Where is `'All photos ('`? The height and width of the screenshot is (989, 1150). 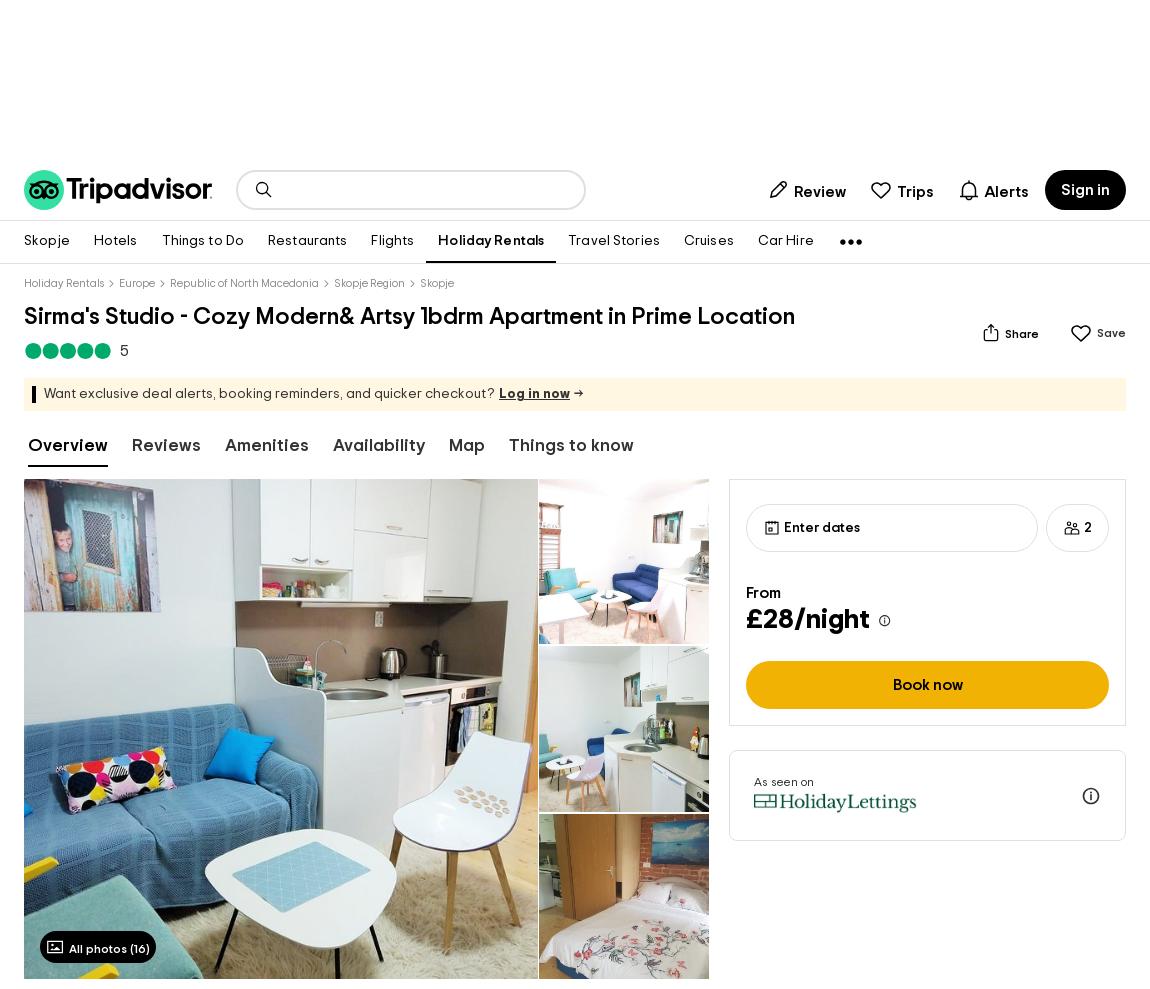 'All photos (' is located at coordinates (100, 947).